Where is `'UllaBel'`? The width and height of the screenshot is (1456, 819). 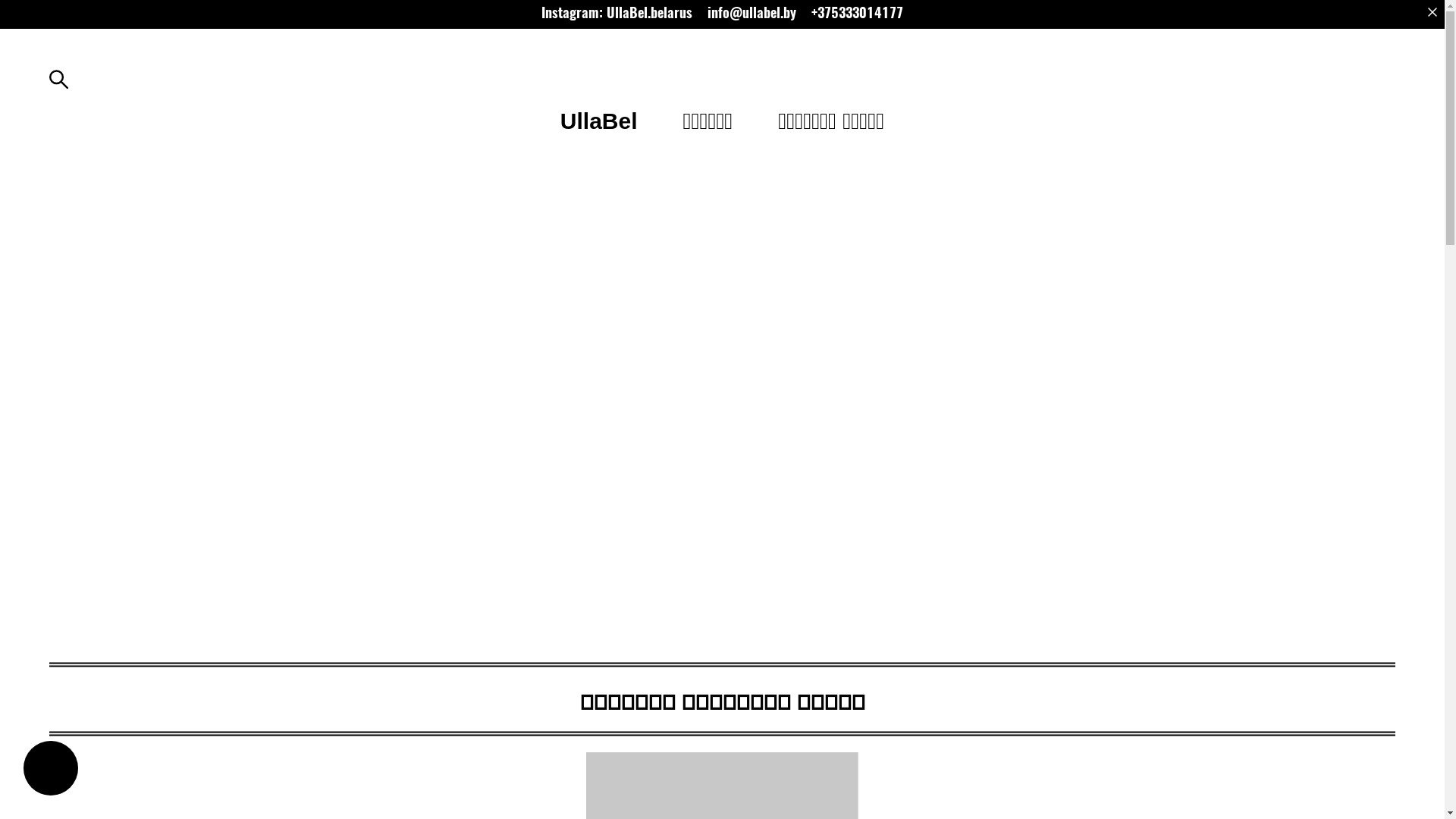 'UllaBel' is located at coordinates (598, 120).